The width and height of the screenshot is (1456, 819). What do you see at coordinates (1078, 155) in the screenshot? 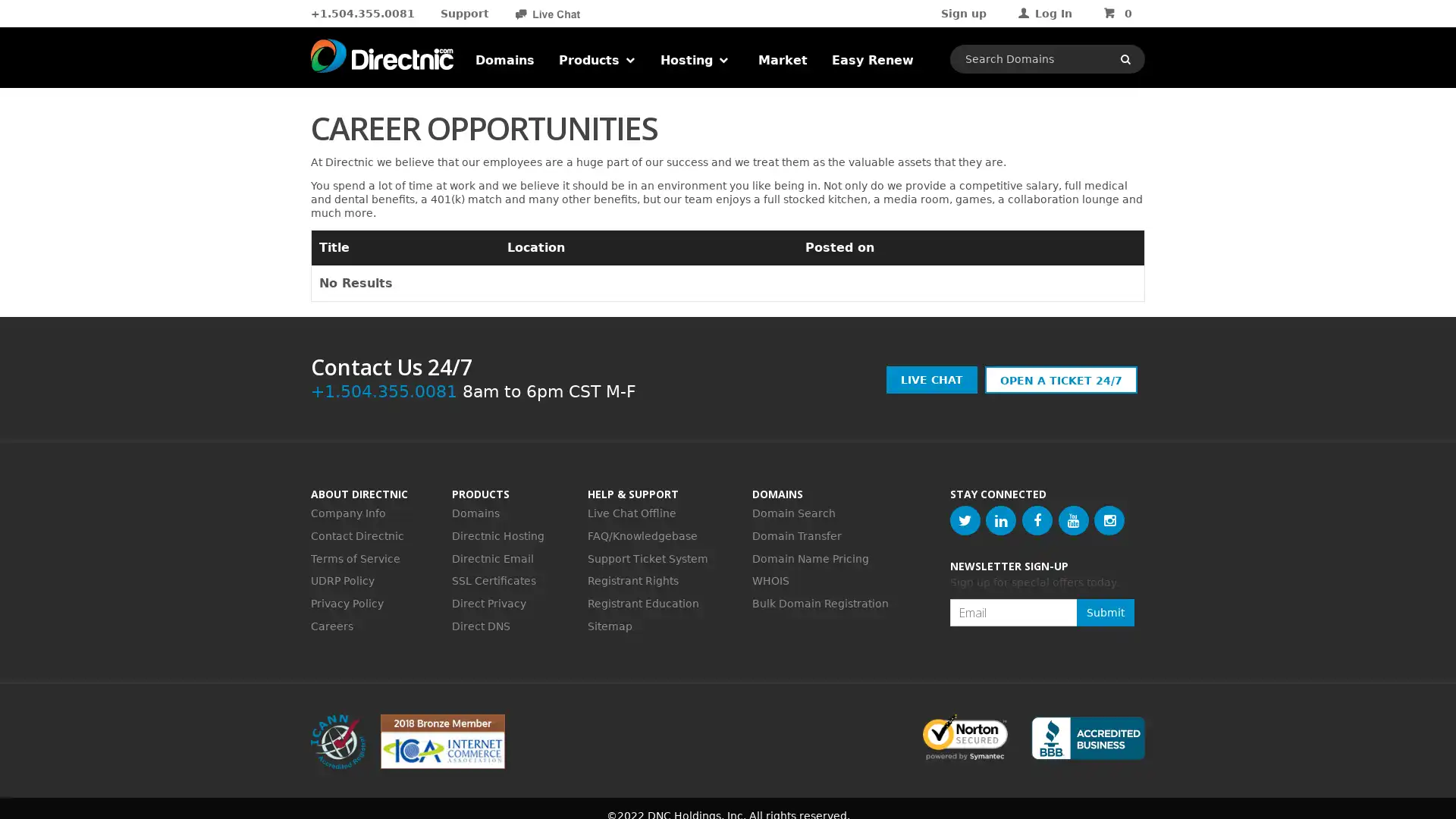
I see `LOGIN` at bounding box center [1078, 155].